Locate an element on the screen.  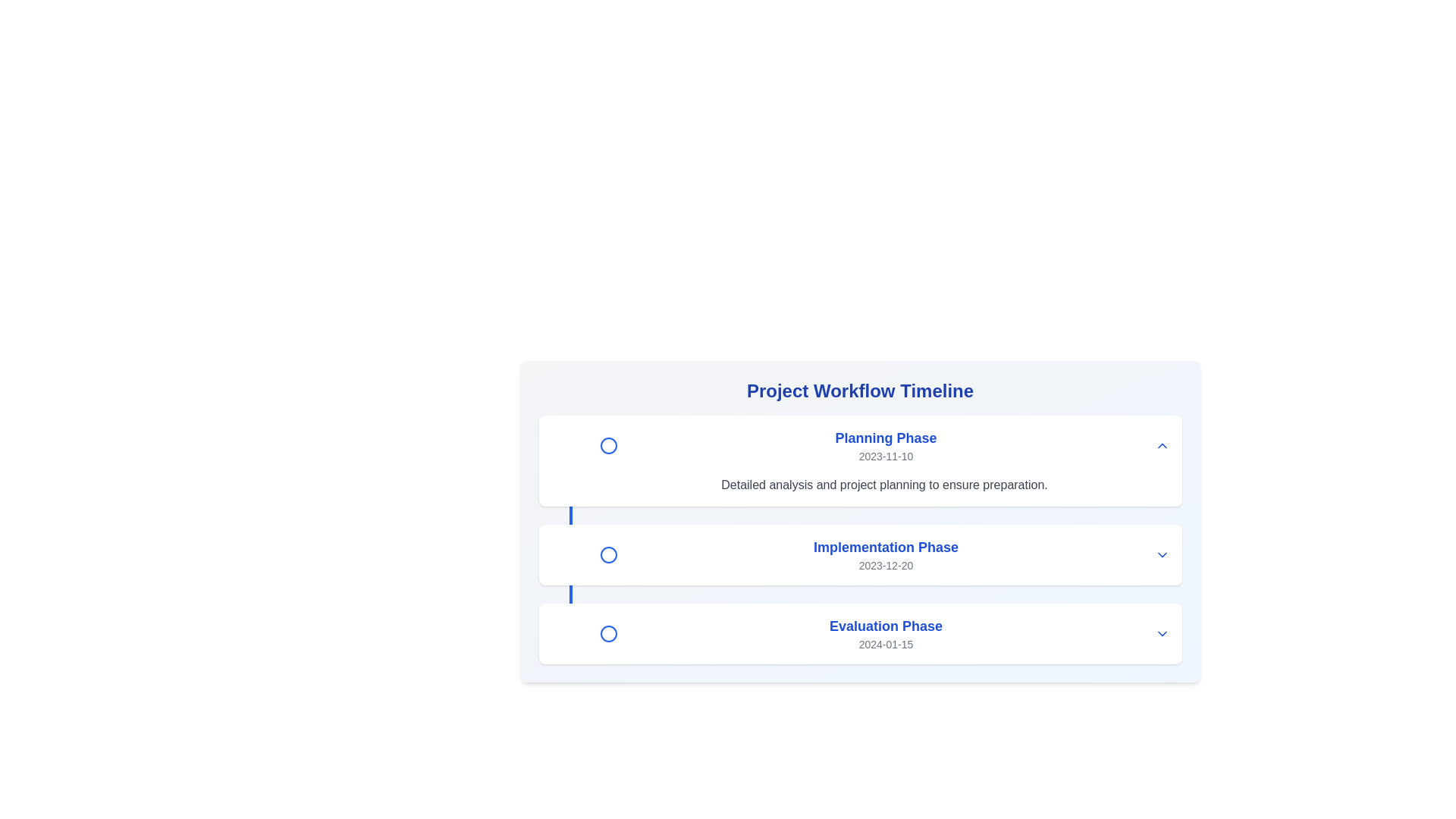
the downward pointing chevron icon styled in blue located on the far right of the 'Implementation Phase' section in the project workflow timeline is located at coordinates (1161, 555).